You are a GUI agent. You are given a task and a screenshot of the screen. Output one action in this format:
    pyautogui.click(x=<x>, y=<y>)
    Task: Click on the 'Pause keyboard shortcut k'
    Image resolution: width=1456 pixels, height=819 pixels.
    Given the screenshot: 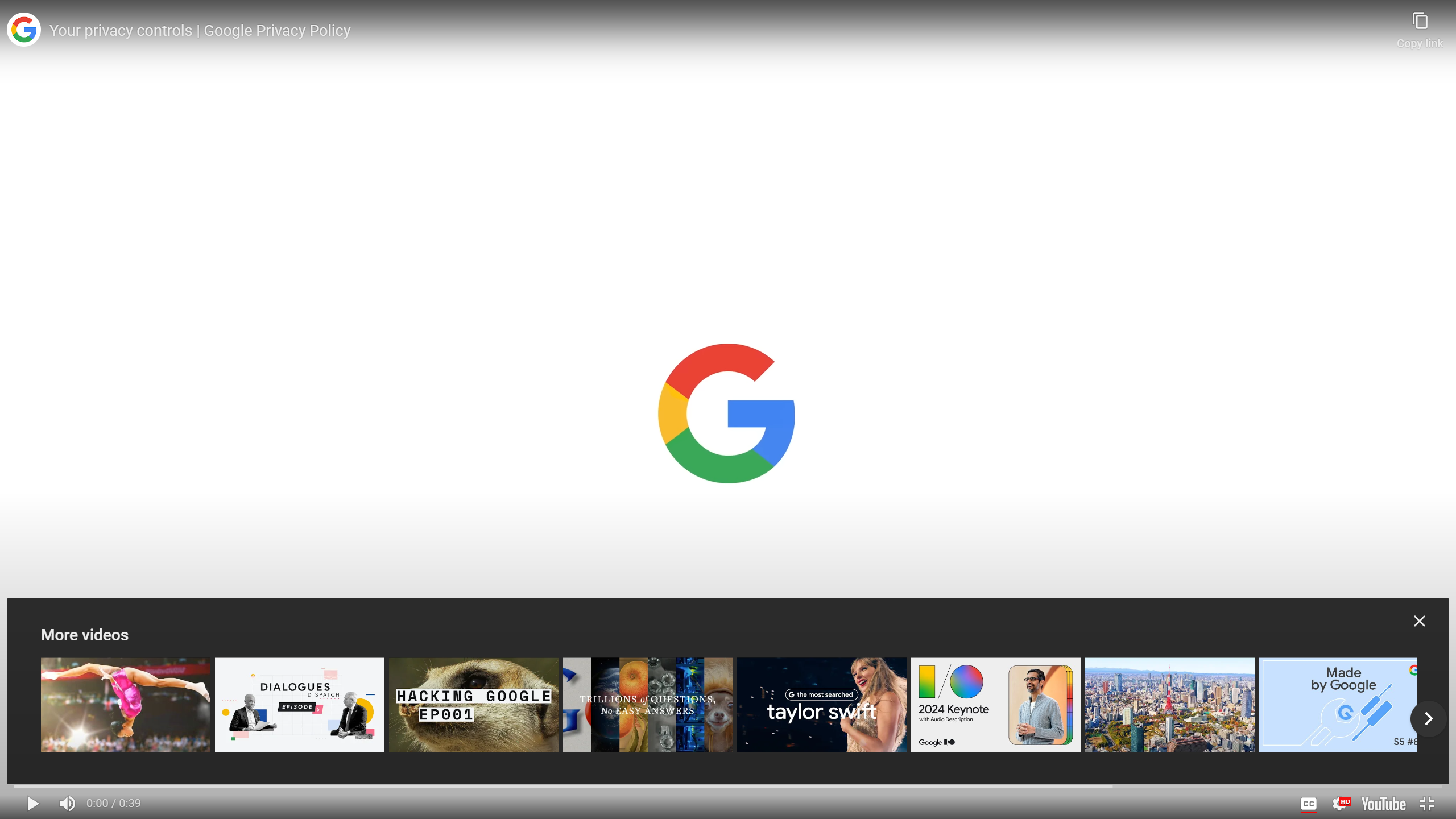 What is the action you would take?
    pyautogui.click(x=32, y=803)
    